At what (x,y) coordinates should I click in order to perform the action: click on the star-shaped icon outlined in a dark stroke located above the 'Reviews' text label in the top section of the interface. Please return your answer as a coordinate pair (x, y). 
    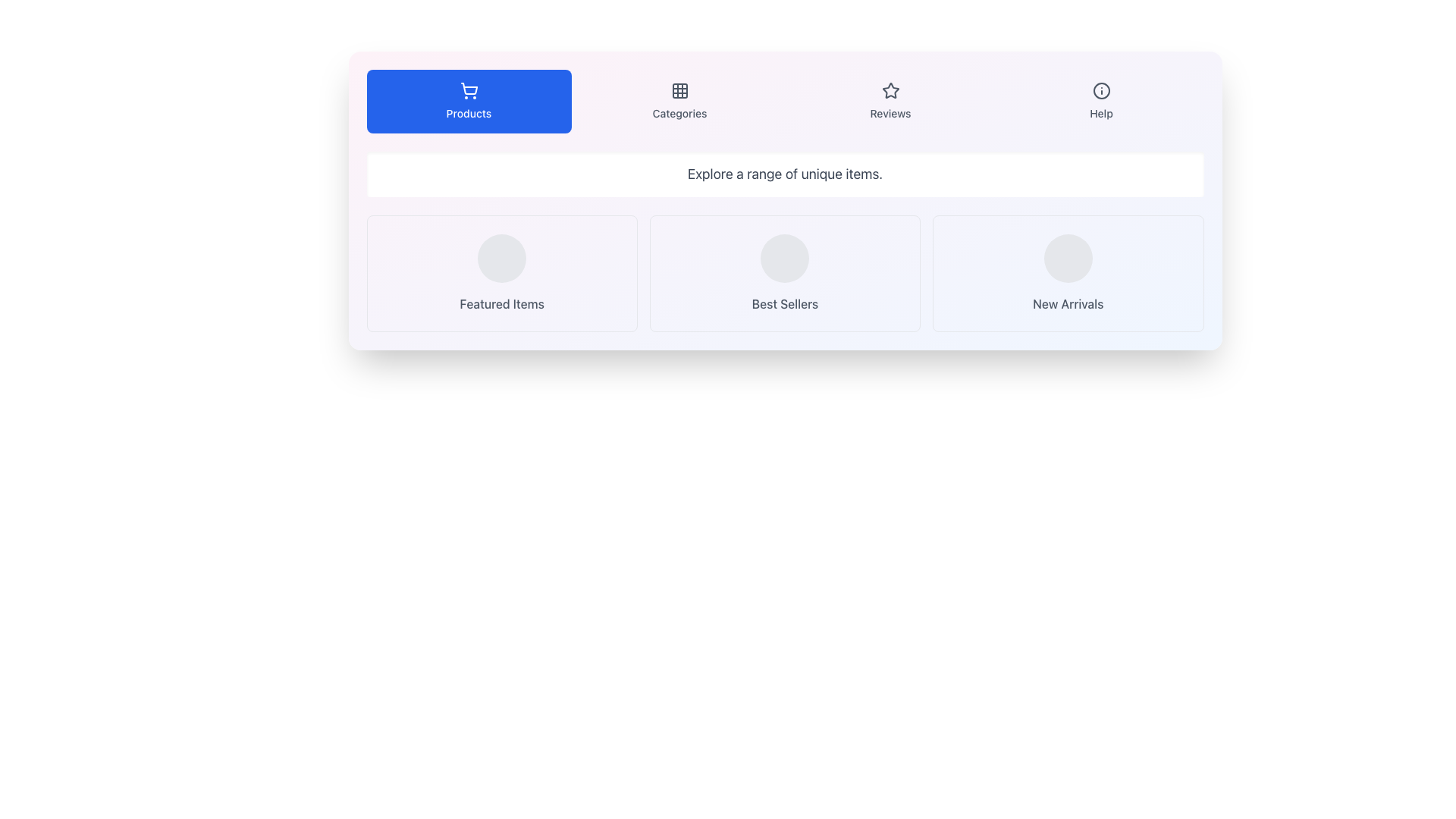
    Looking at the image, I should click on (890, 90).